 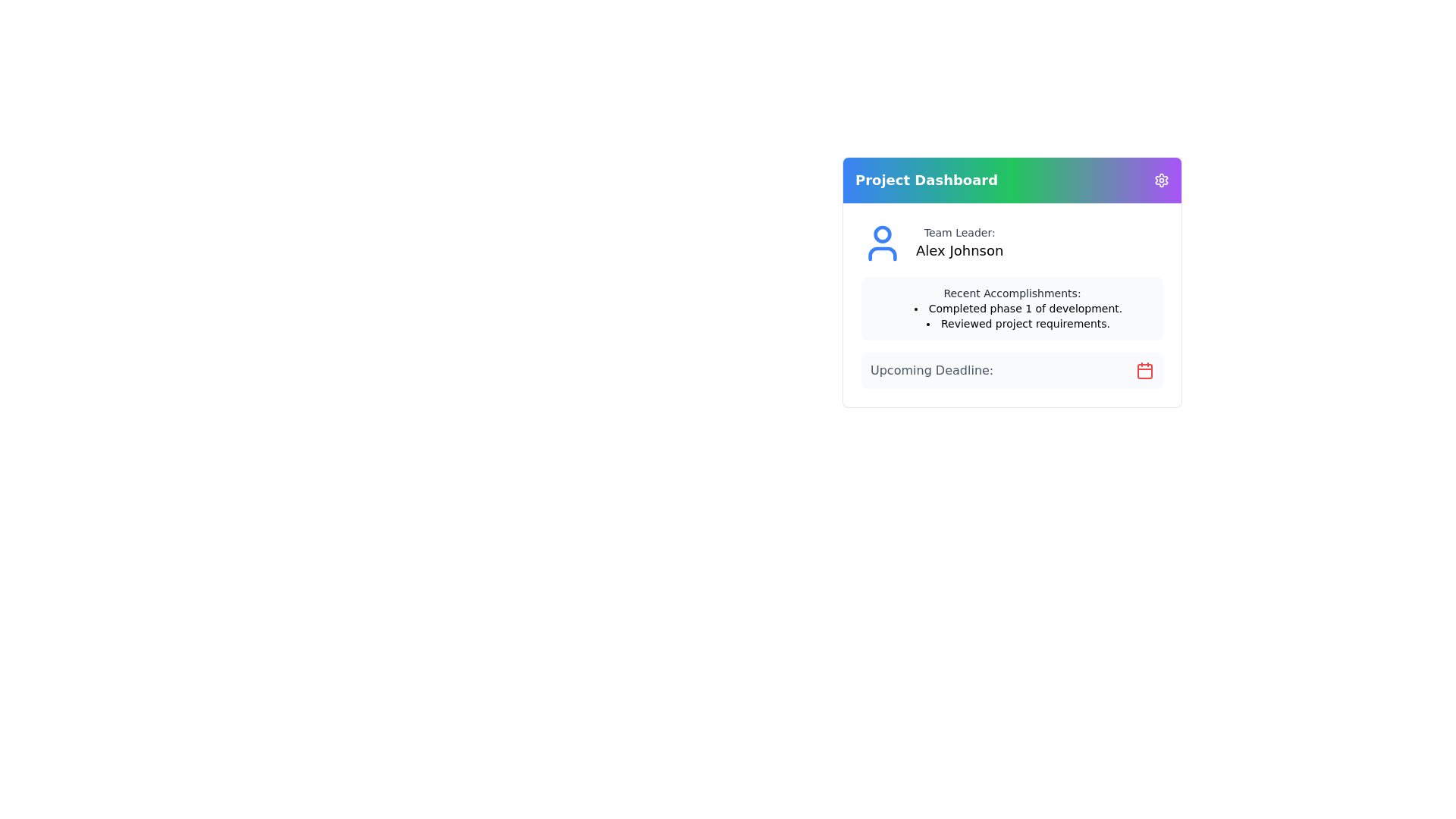 What do you see at coordinates (1160, 180) in the screenshot?
I see `the gear icon located at the top-right corner of the 'Project Dashboard' card` at bounding box center [1160, 180].